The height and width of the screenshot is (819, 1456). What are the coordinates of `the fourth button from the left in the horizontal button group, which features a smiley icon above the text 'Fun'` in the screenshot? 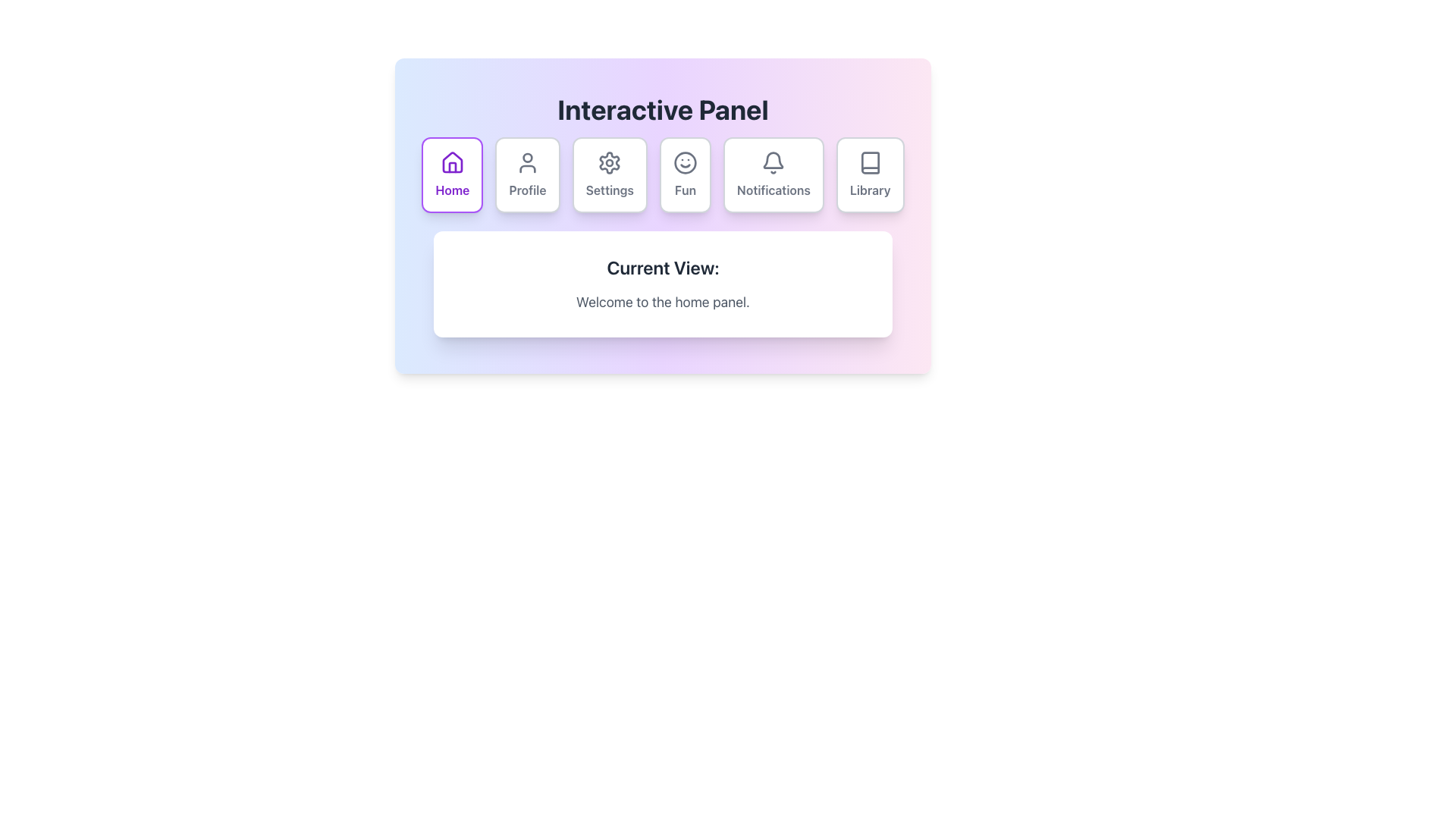 It's located at (684, 174).